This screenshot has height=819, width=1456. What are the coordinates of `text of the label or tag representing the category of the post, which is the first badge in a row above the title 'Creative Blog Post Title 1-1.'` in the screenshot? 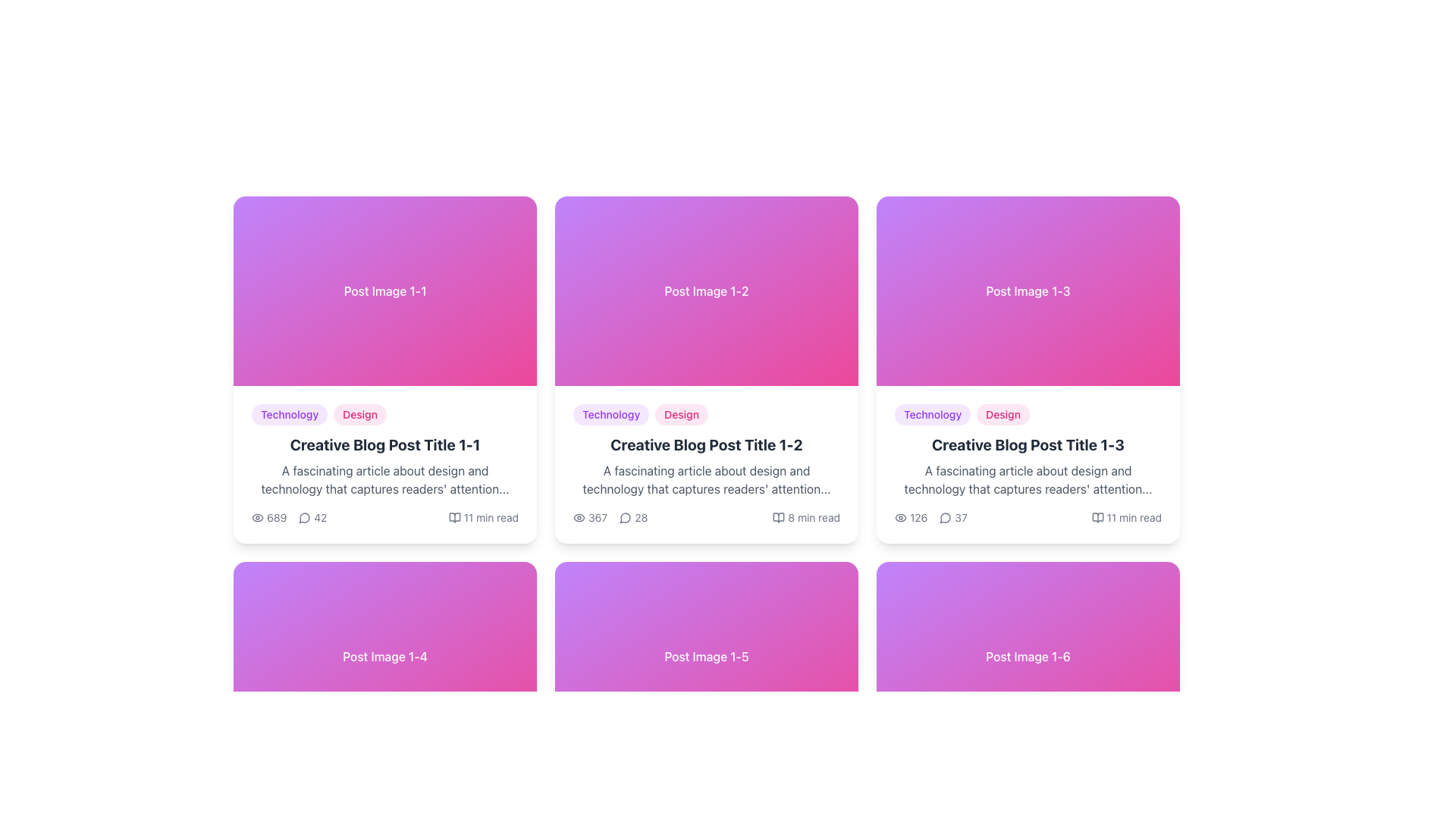 It's located at (290, 415).